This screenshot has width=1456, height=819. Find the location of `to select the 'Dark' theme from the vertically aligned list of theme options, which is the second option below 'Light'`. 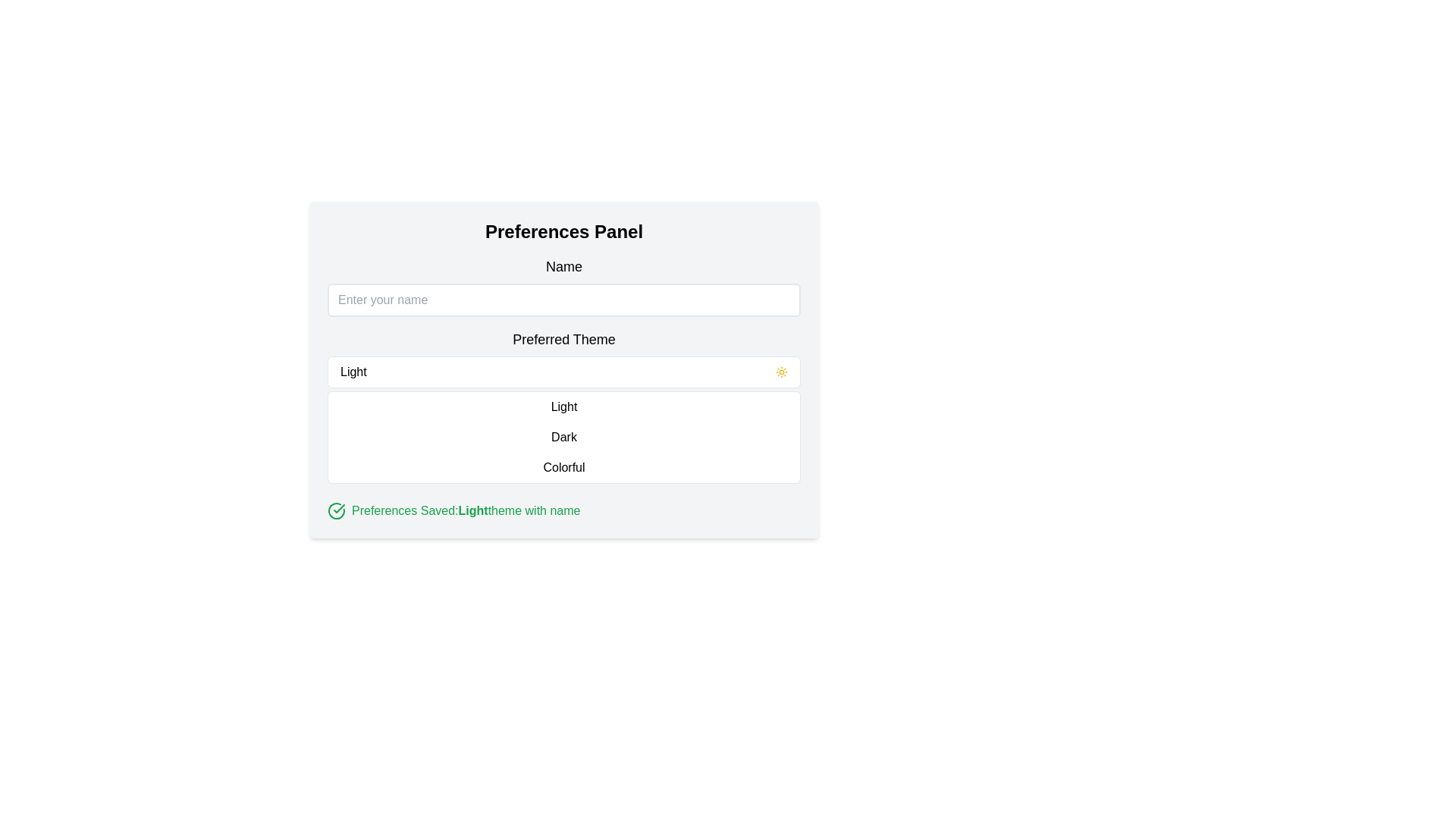

to select the 'Dark' theme from the vertically aligned list of theme options, which is the second option below 'Light' is located at coordinates (563, 438).